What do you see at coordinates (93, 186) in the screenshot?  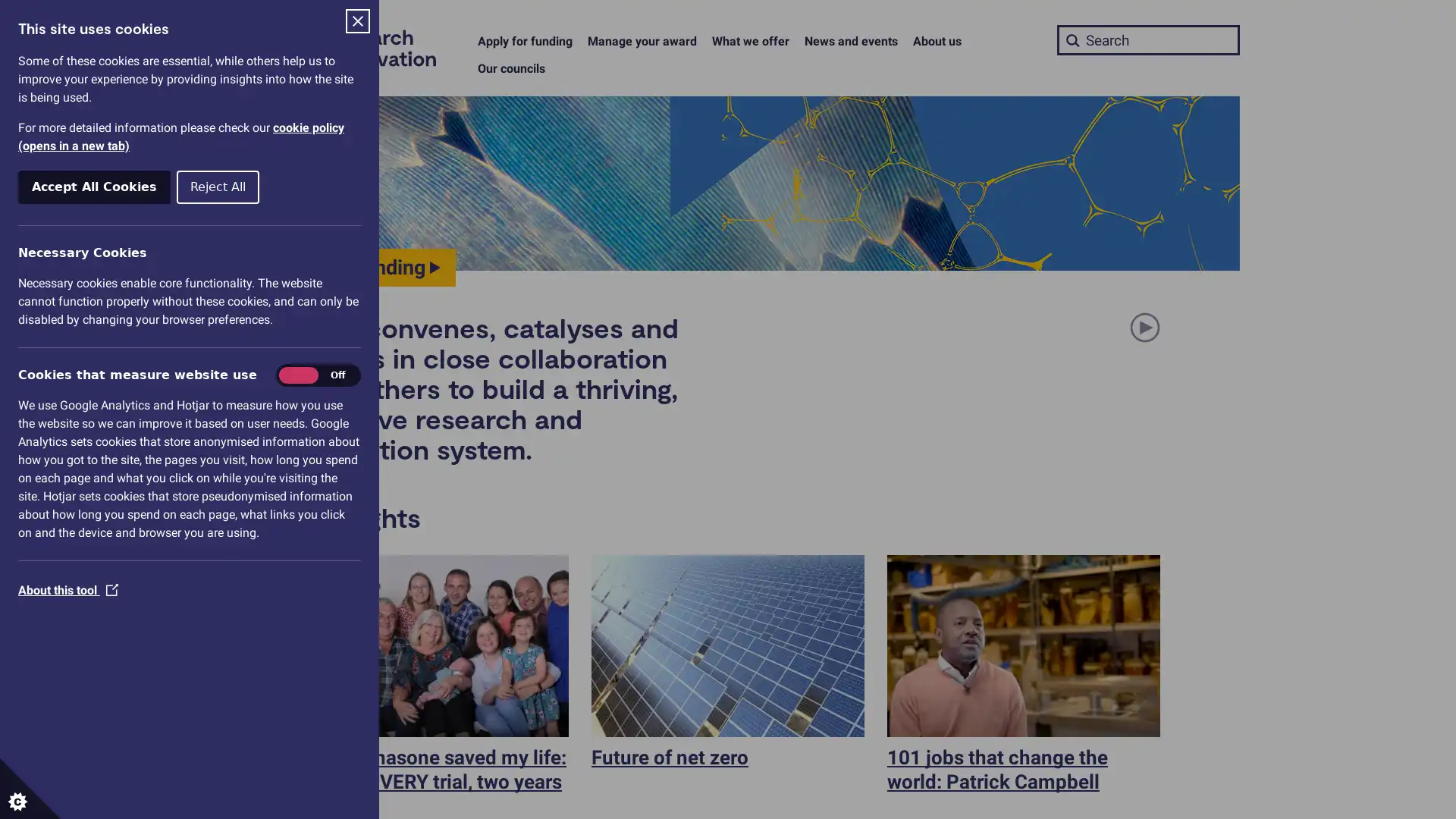 I see `Accept All Cookies` at bounding box center [93, 186].